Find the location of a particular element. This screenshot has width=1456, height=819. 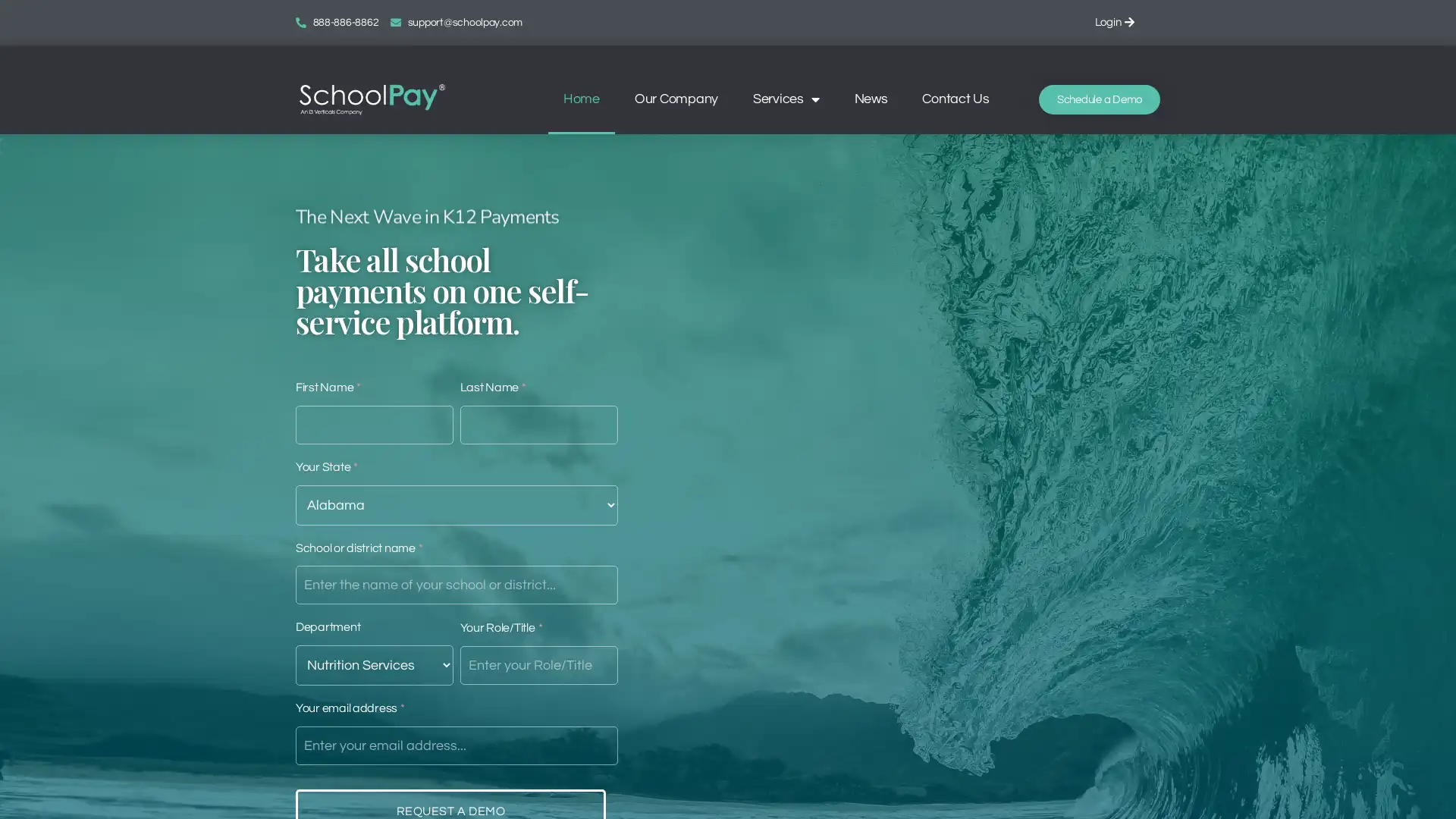

Login is located at coordinates (1114, 23).